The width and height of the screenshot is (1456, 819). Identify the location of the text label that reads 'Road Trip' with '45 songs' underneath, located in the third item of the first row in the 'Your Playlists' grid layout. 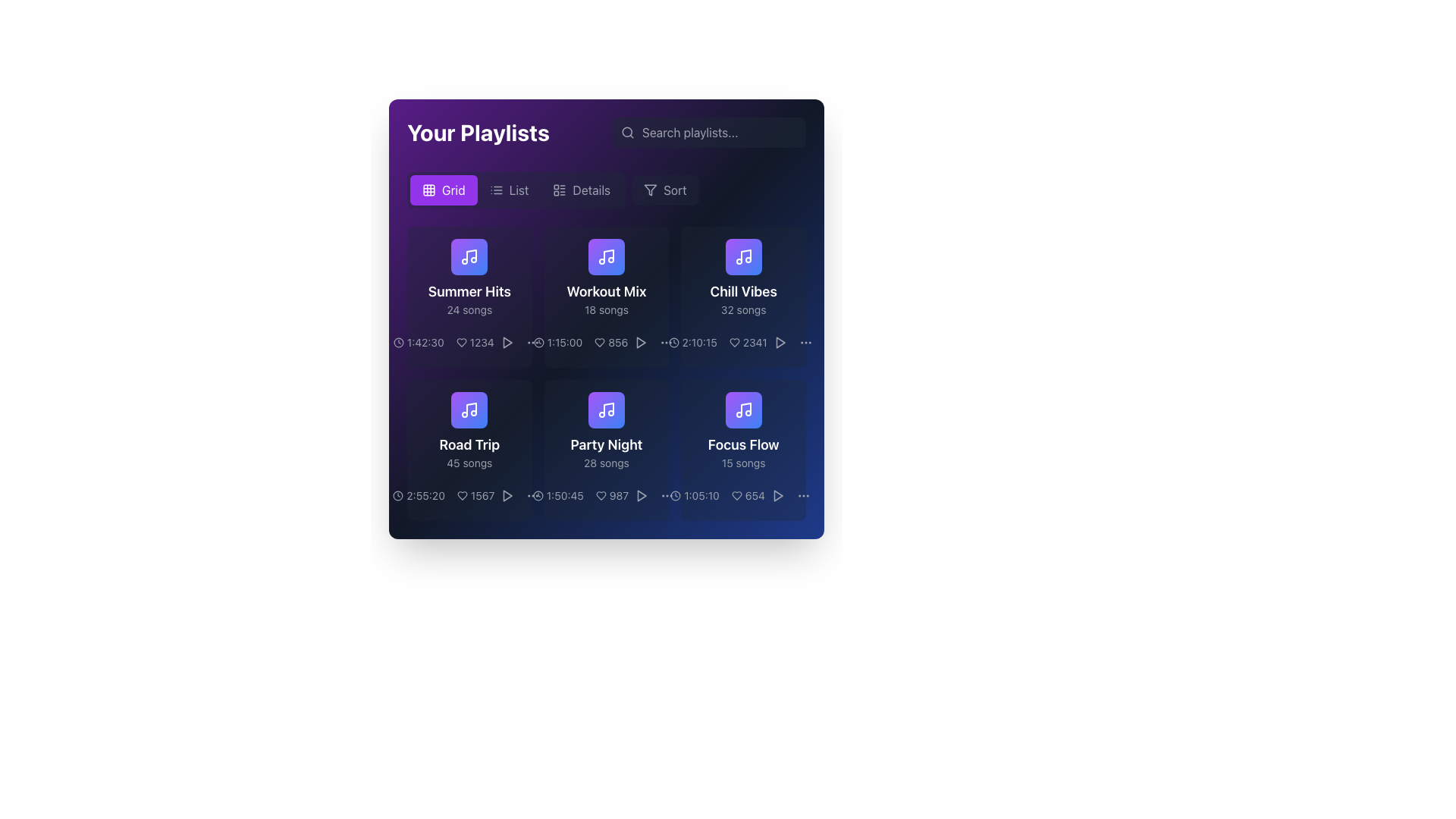
(469, 452).